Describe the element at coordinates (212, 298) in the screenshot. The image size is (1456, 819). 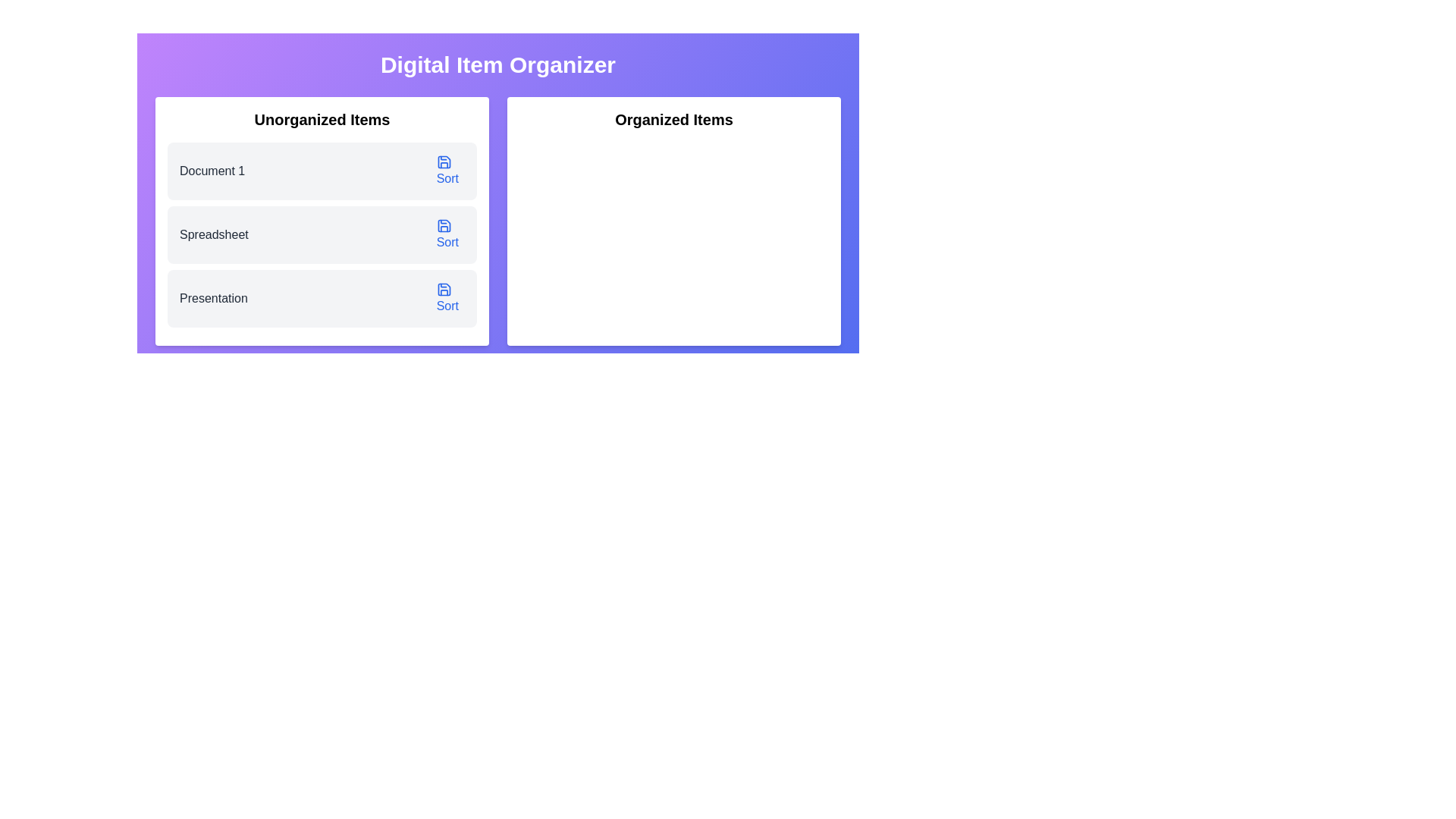
I see `the static text label displaying the title 'Presentation', which is the third entry in the 'Unorganized Items' section` at that location.